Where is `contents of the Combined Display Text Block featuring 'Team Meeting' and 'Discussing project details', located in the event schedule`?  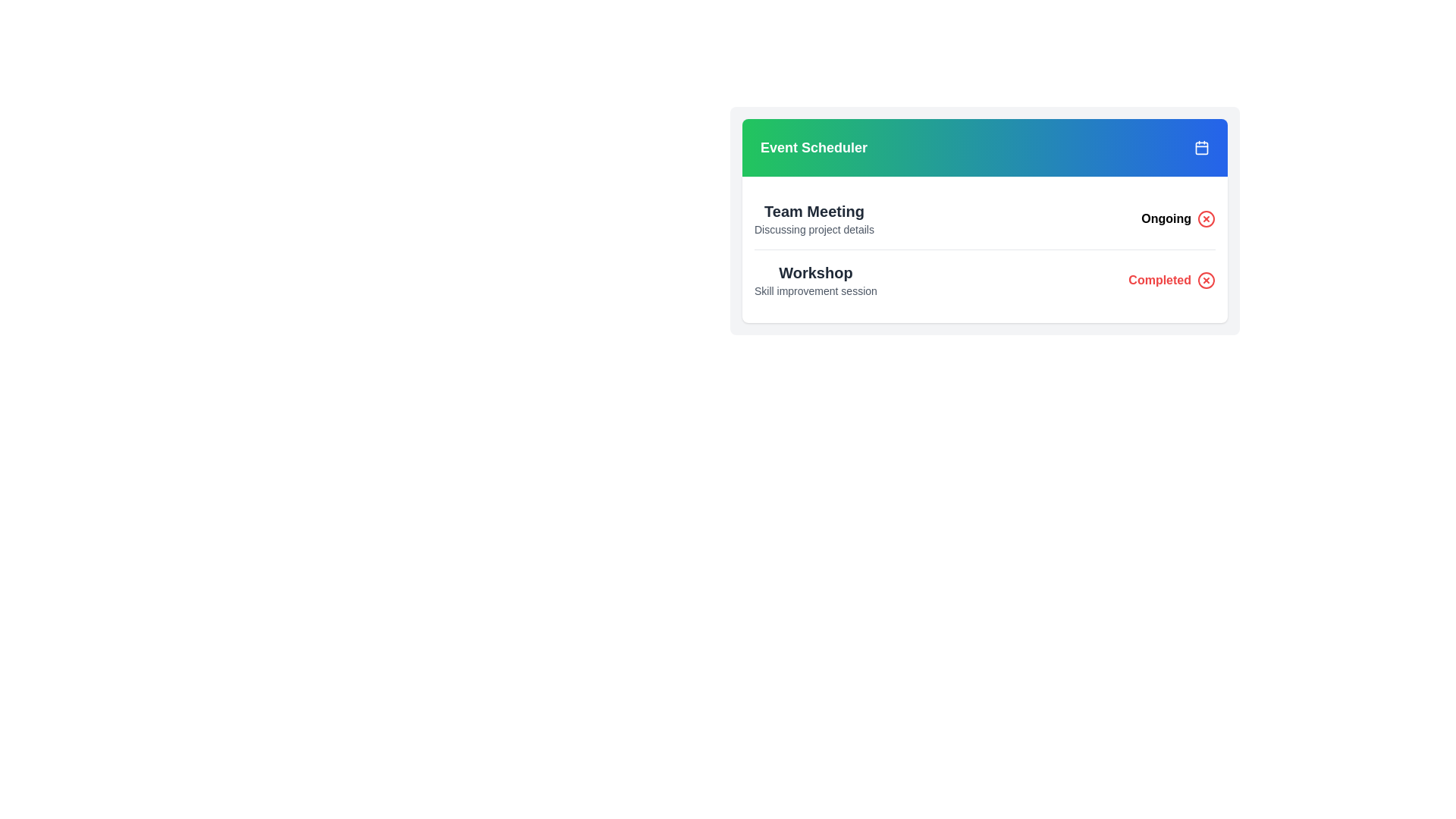 contents of the Combined Display Text Block featuring 'Team Meeting' and 'Discussing project details', located in the event schedule is located at coordinates (814, 219).